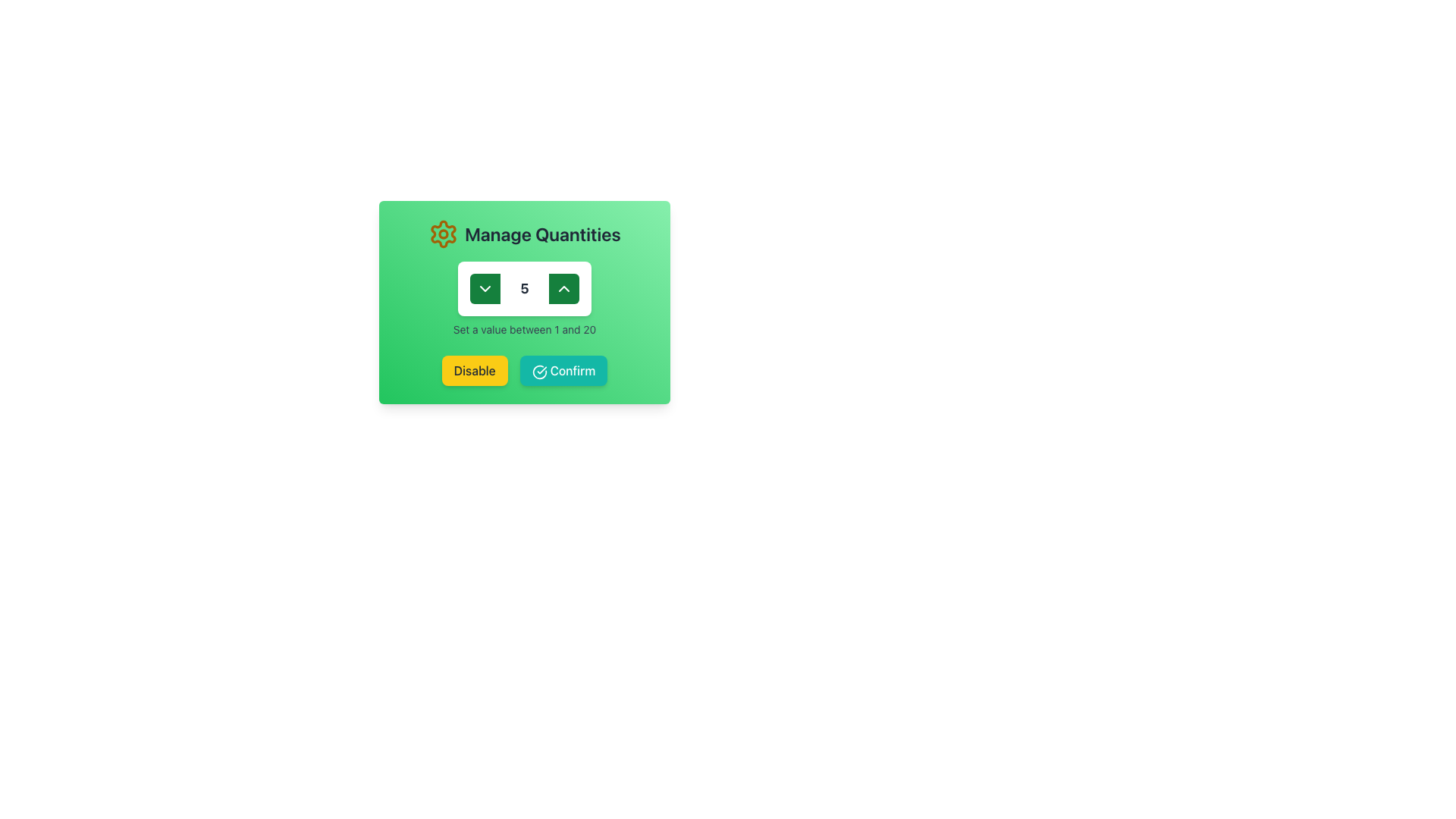  What do you see at coordinates (563, 289) in the screenshot?
I see `the green button with rounded corners and a white upward-pointing chevron icon to increment the numeric value displayed in the text field` at bounding box center [563, 289].